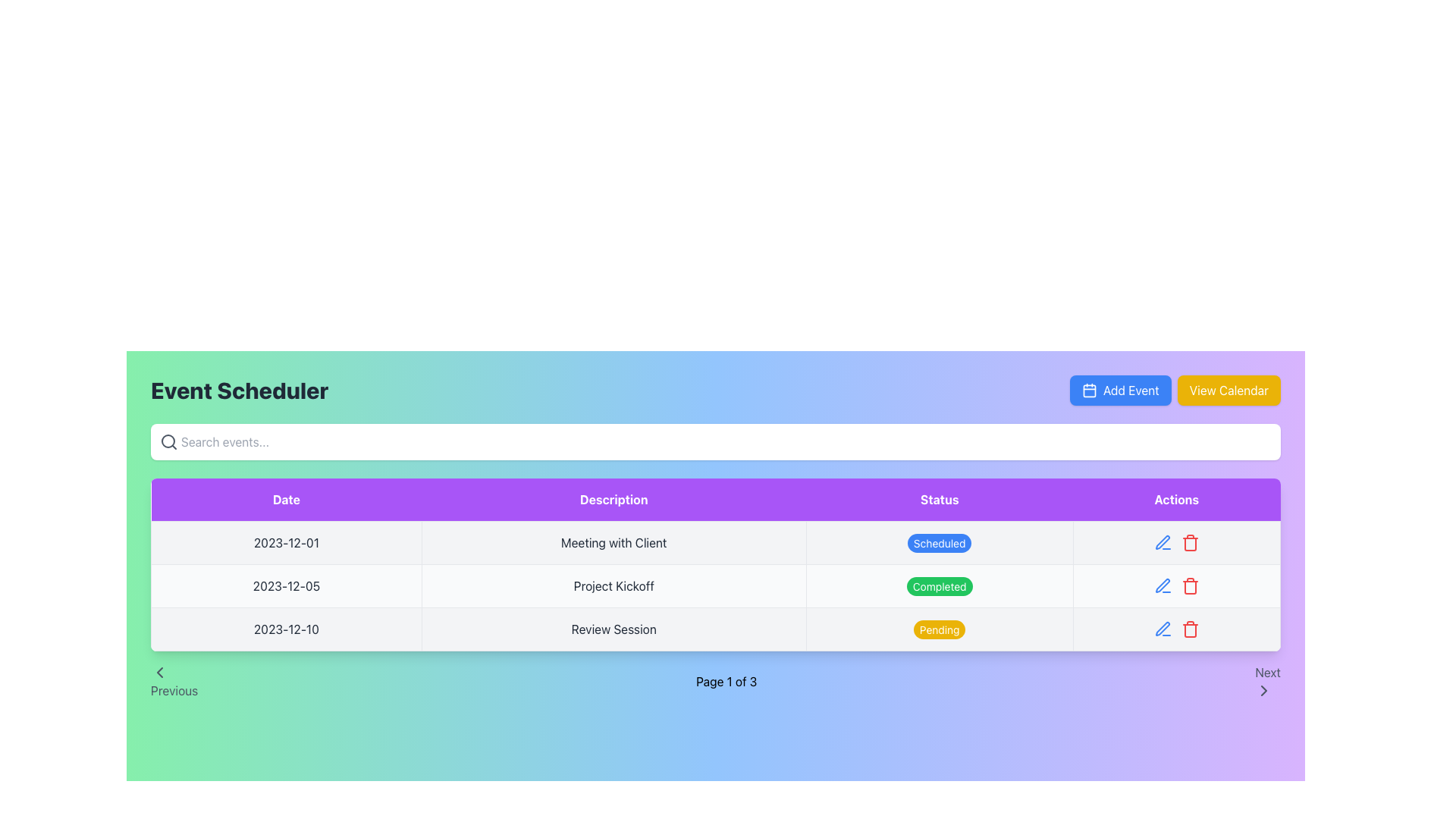  What do you see at coordinates (1175, 629) in the screenshot?
I see `the red trash bin icon located in the 'Actions' column of the last row of the table, aligned with the 'Pending' status` at bounding box center [1175, 629].